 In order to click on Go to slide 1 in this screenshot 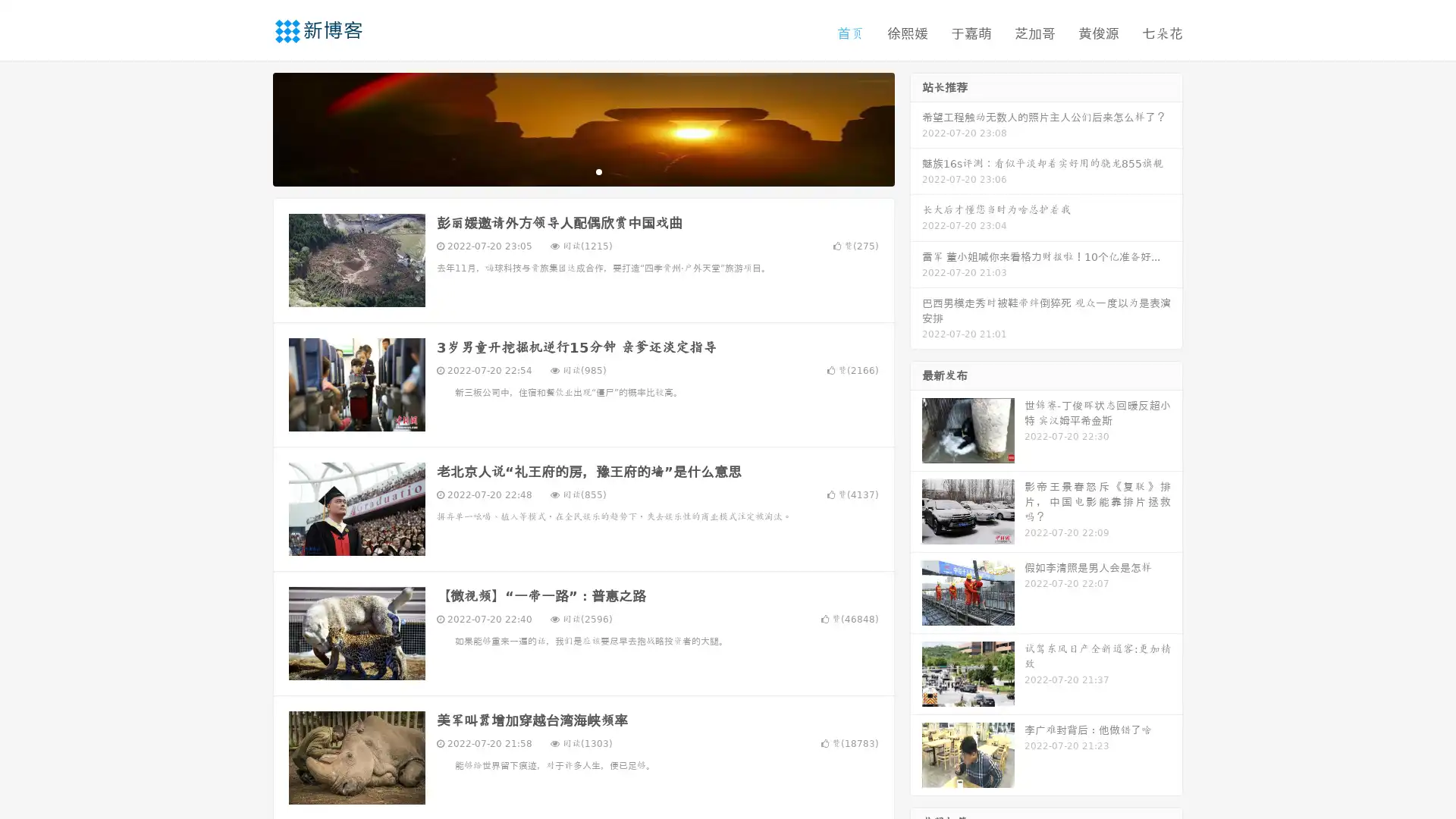, I will do `click(567, 171)`.